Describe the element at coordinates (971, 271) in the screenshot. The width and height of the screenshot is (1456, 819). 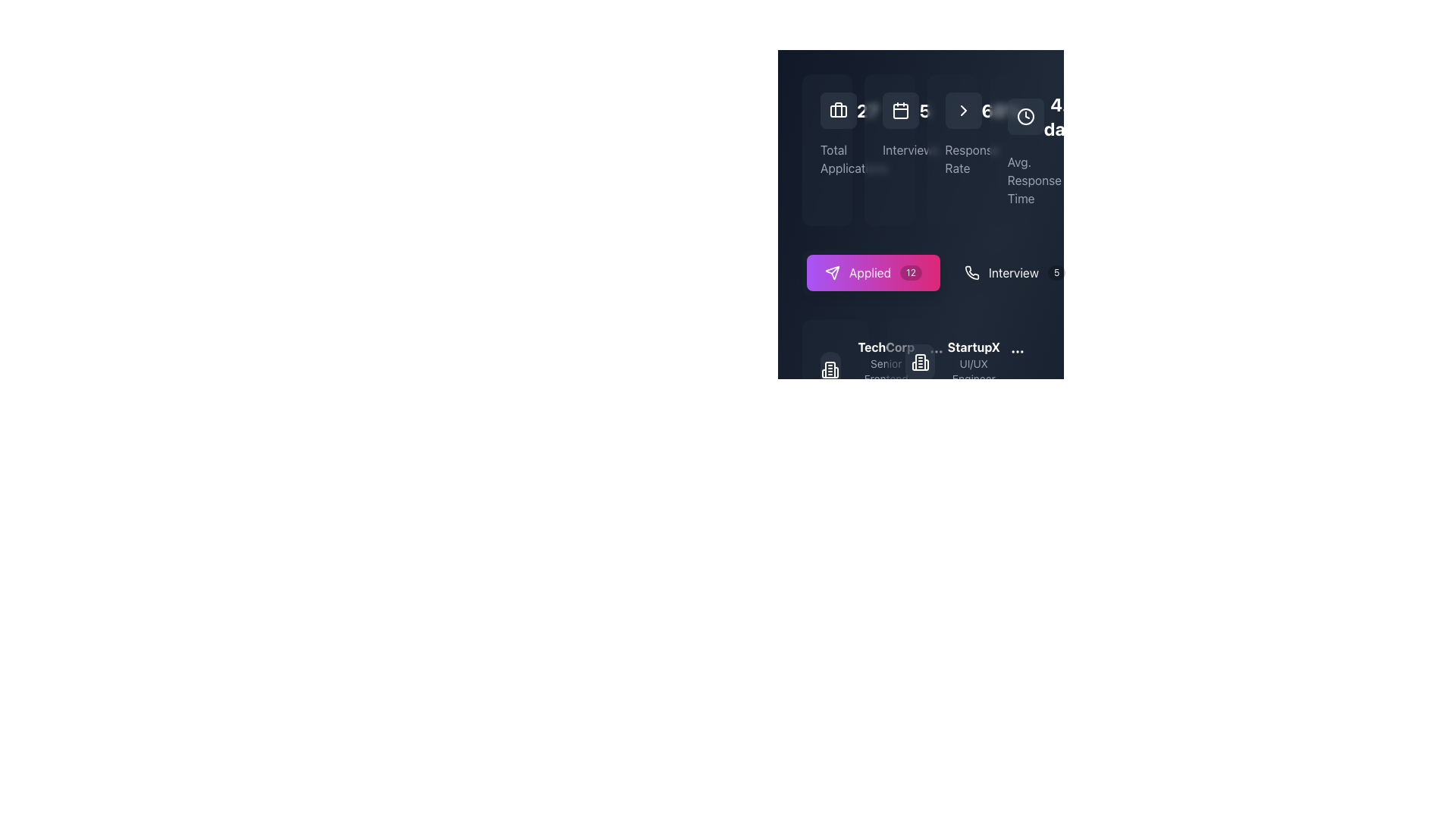
I see `the visual appearance of the telephone receiver icon located in the toolbar, positioned slightly to the right and midway down the interface` at that location.